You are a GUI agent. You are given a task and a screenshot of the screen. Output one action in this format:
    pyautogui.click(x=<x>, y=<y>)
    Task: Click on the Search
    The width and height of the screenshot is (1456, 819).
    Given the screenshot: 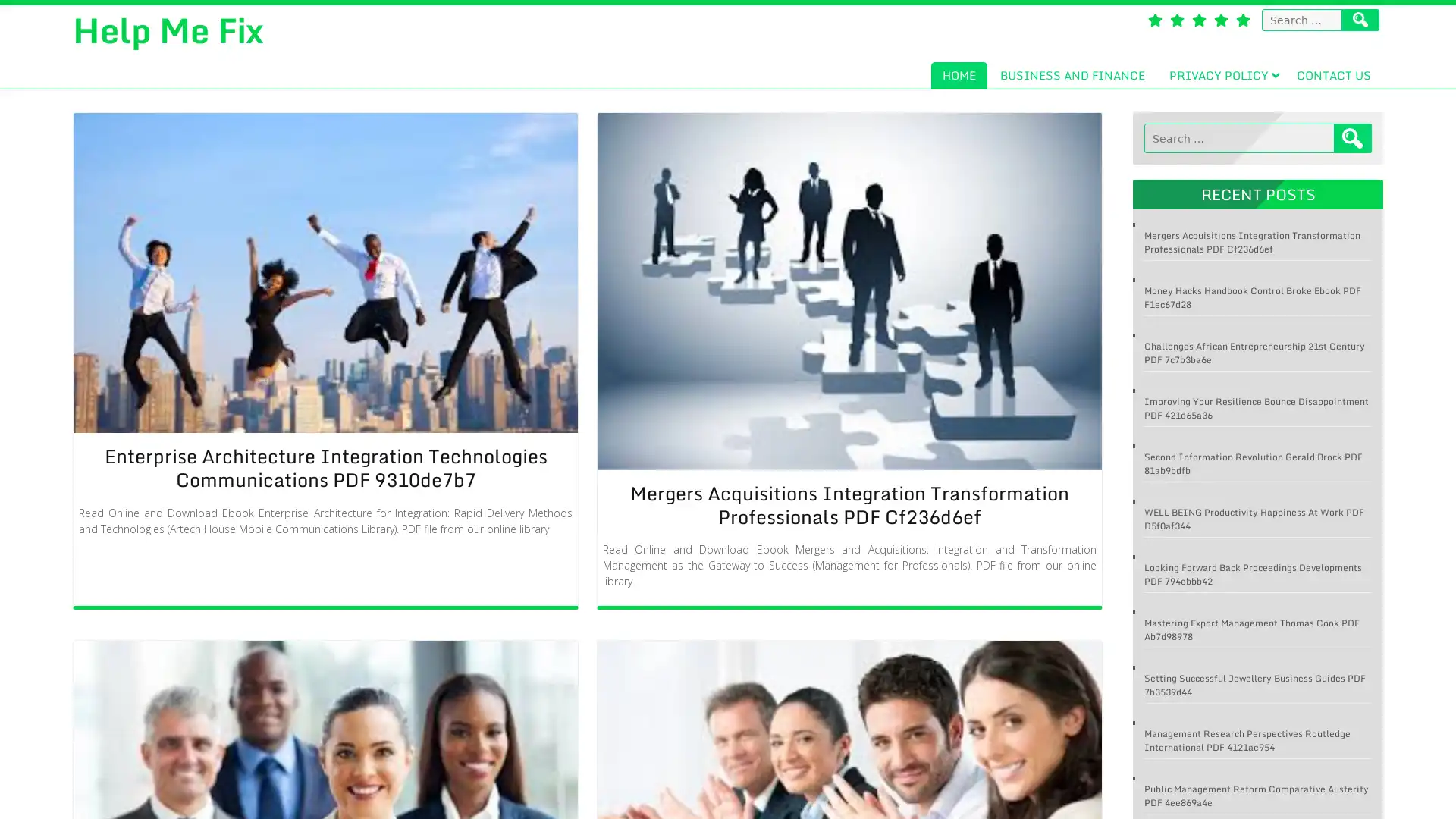 What is the action you would take?
    pyautogui.click(x=1353, y=138)
    